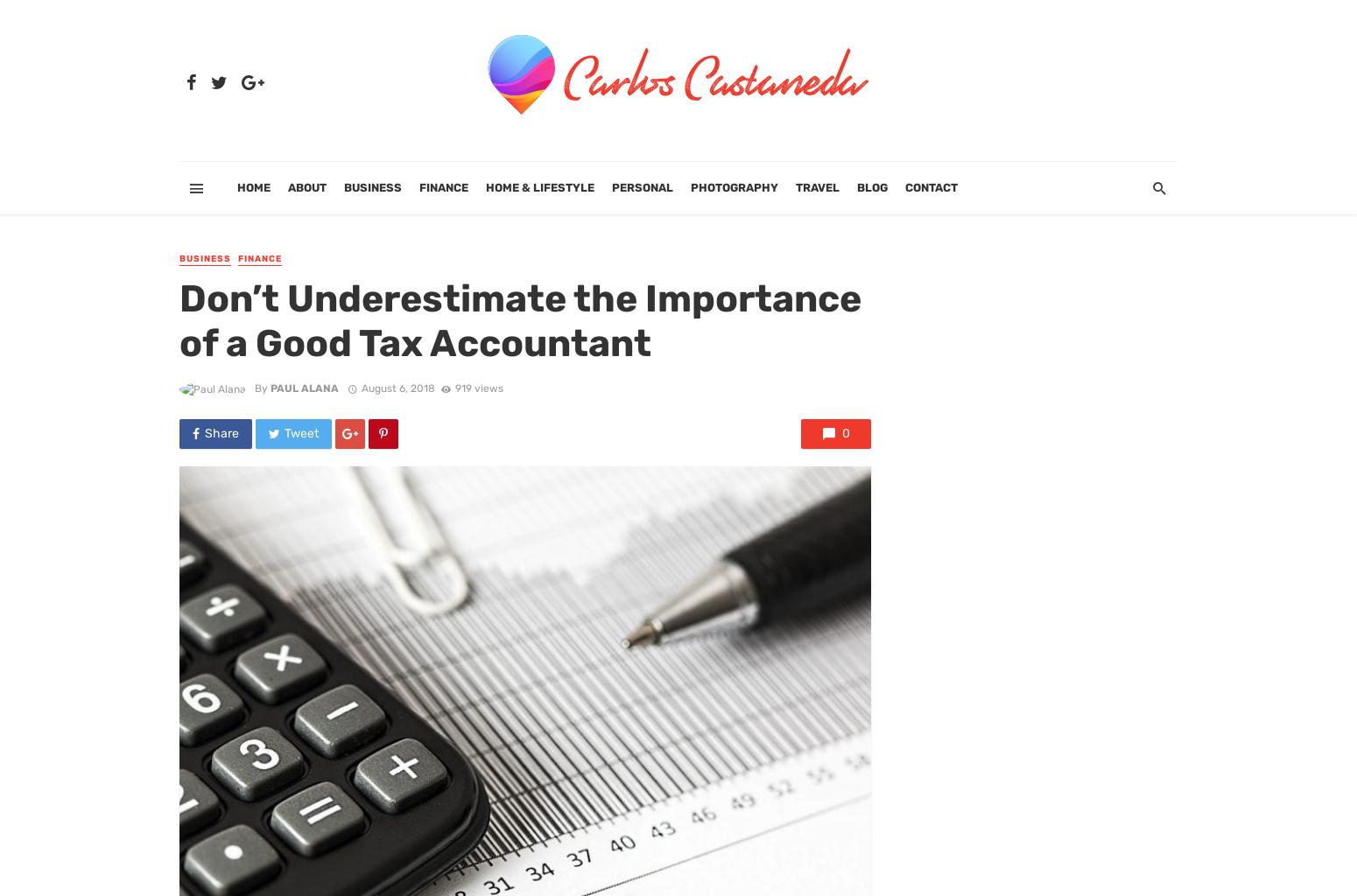 This screenshot has width=1357, height=896. I want to click on 'Contact', so click(932, 186).